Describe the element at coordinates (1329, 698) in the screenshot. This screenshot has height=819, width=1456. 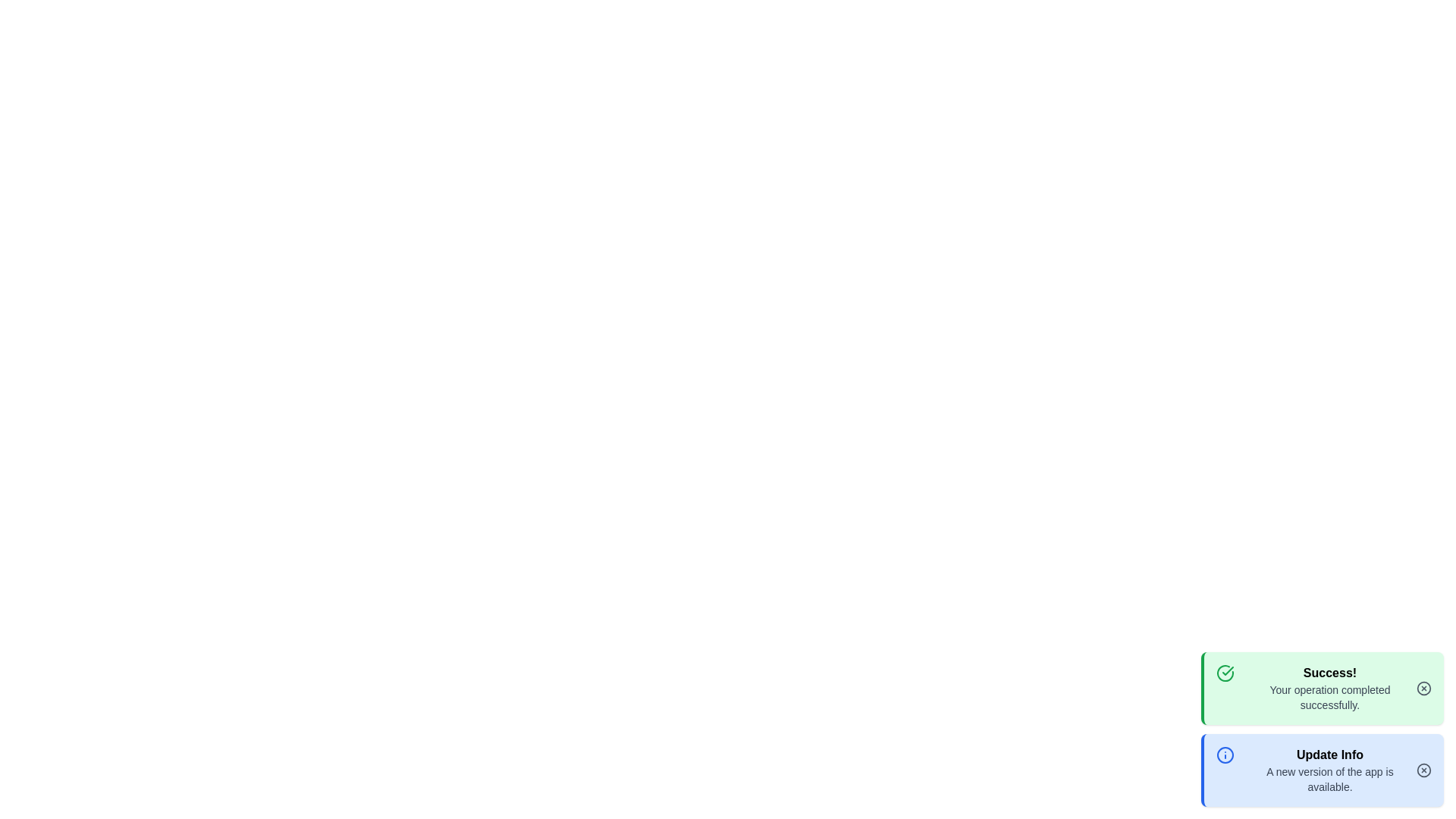
I see `the static text label that reads 'Your operation completed successfully.' located beneath the 'Success!' heading in the green notification card` at that location.